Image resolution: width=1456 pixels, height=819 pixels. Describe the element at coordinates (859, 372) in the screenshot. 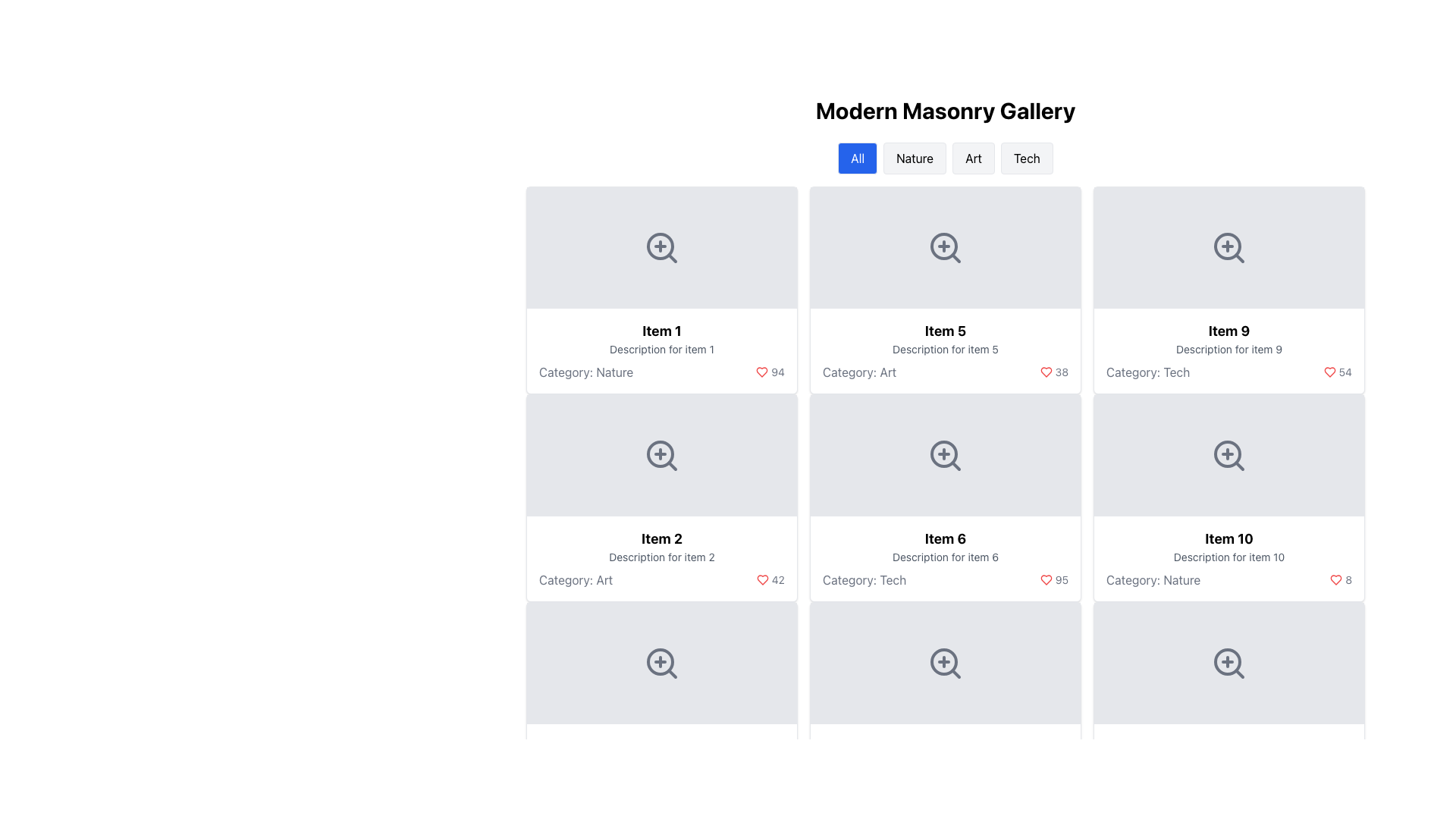

I see `the text label reading 'Category: Art' located beneath 'Item 5' in the UI, which is rendered in light gray color` at that location.